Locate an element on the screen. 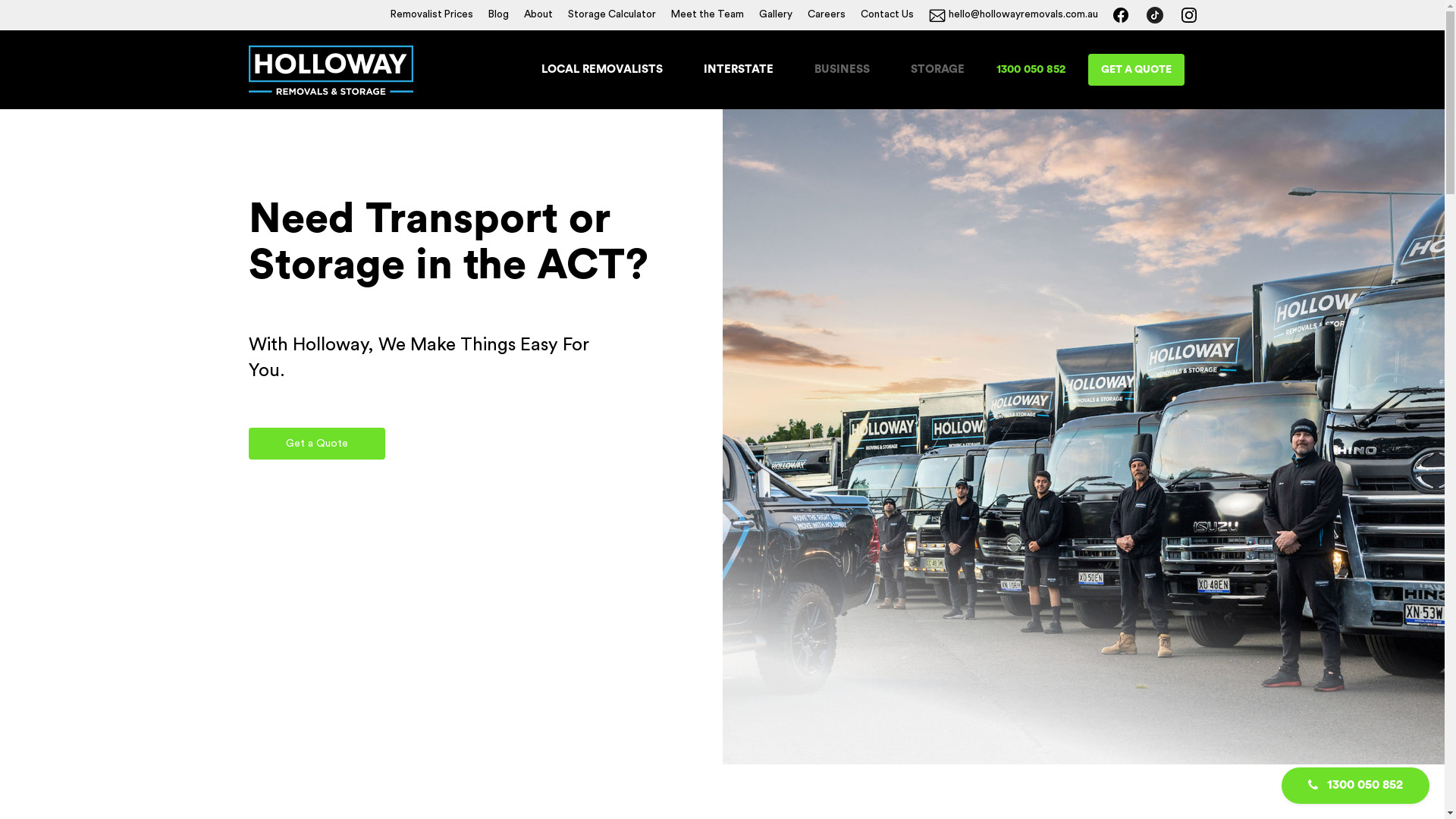  'Careers' is located at coordinates (825, 14).